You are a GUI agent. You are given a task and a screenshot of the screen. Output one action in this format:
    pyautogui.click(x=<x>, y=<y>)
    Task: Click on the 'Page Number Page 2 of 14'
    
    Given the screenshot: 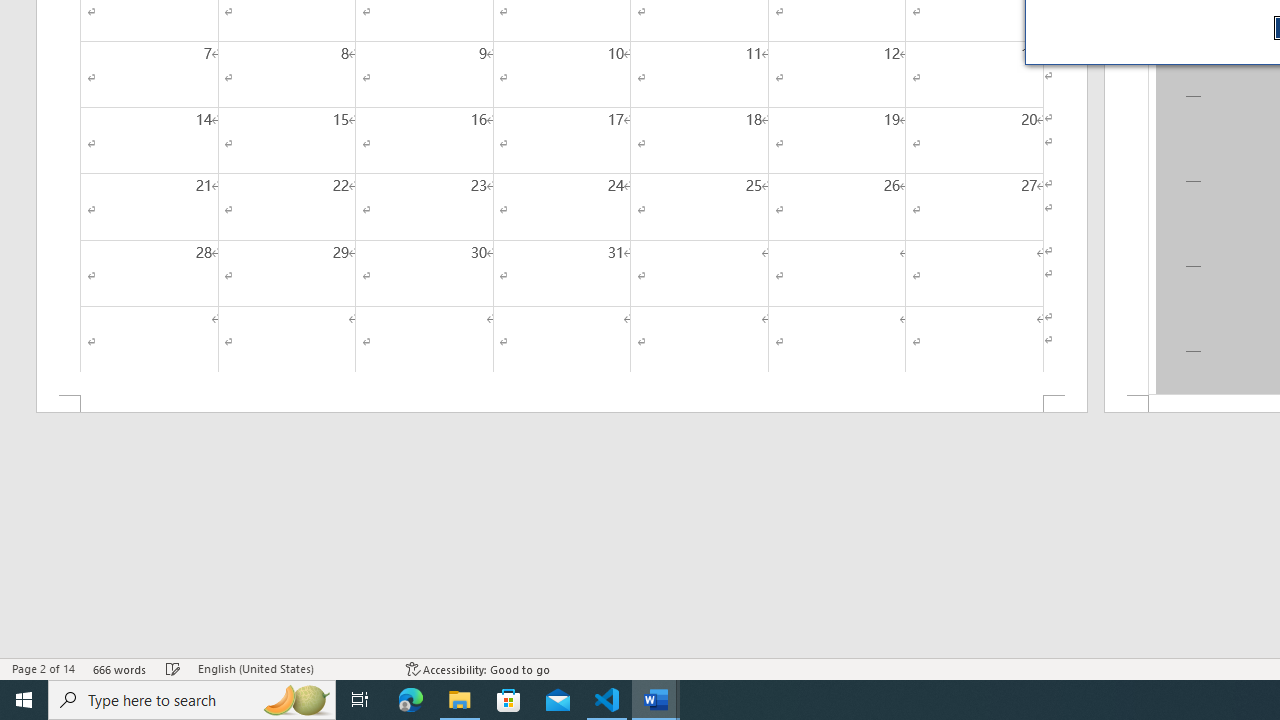 What is the action you would take?
    pyautogui.click(x=43, y=669)
    